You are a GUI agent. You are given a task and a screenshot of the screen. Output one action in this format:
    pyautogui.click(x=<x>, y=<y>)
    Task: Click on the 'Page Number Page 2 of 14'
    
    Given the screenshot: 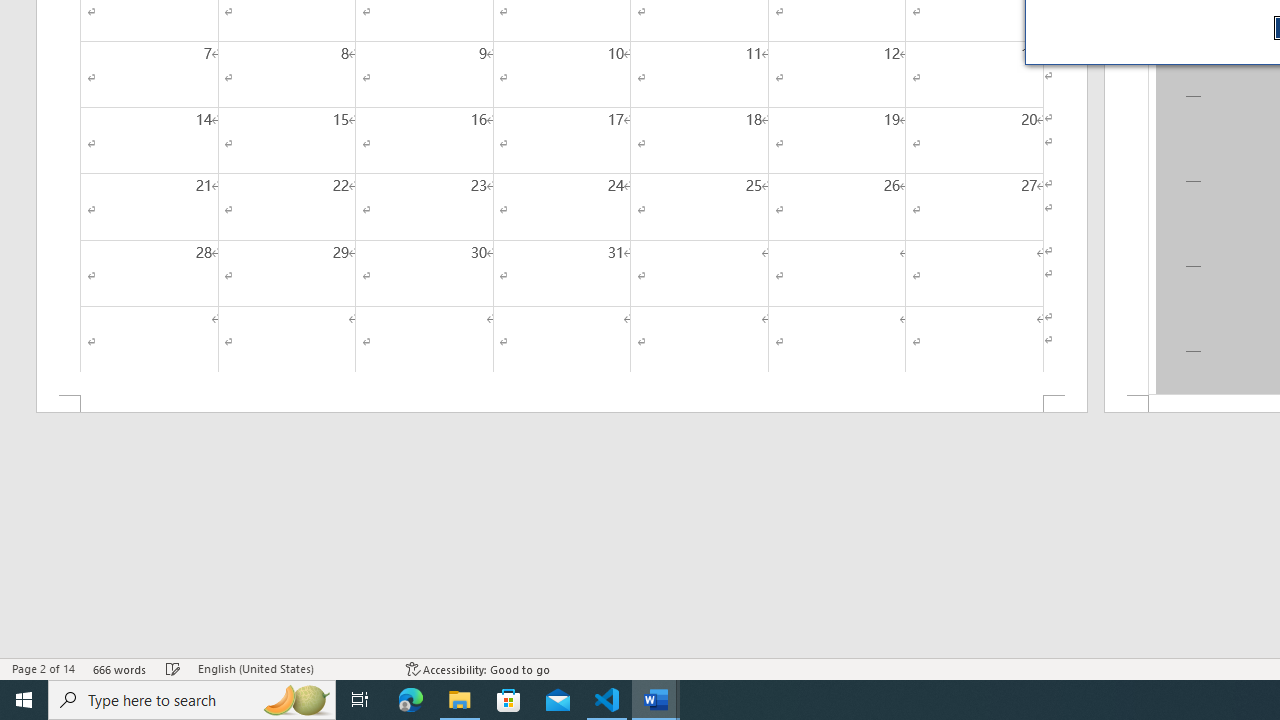 What is the action you would take?
    pyautogui.click(x=43, y=669)
    